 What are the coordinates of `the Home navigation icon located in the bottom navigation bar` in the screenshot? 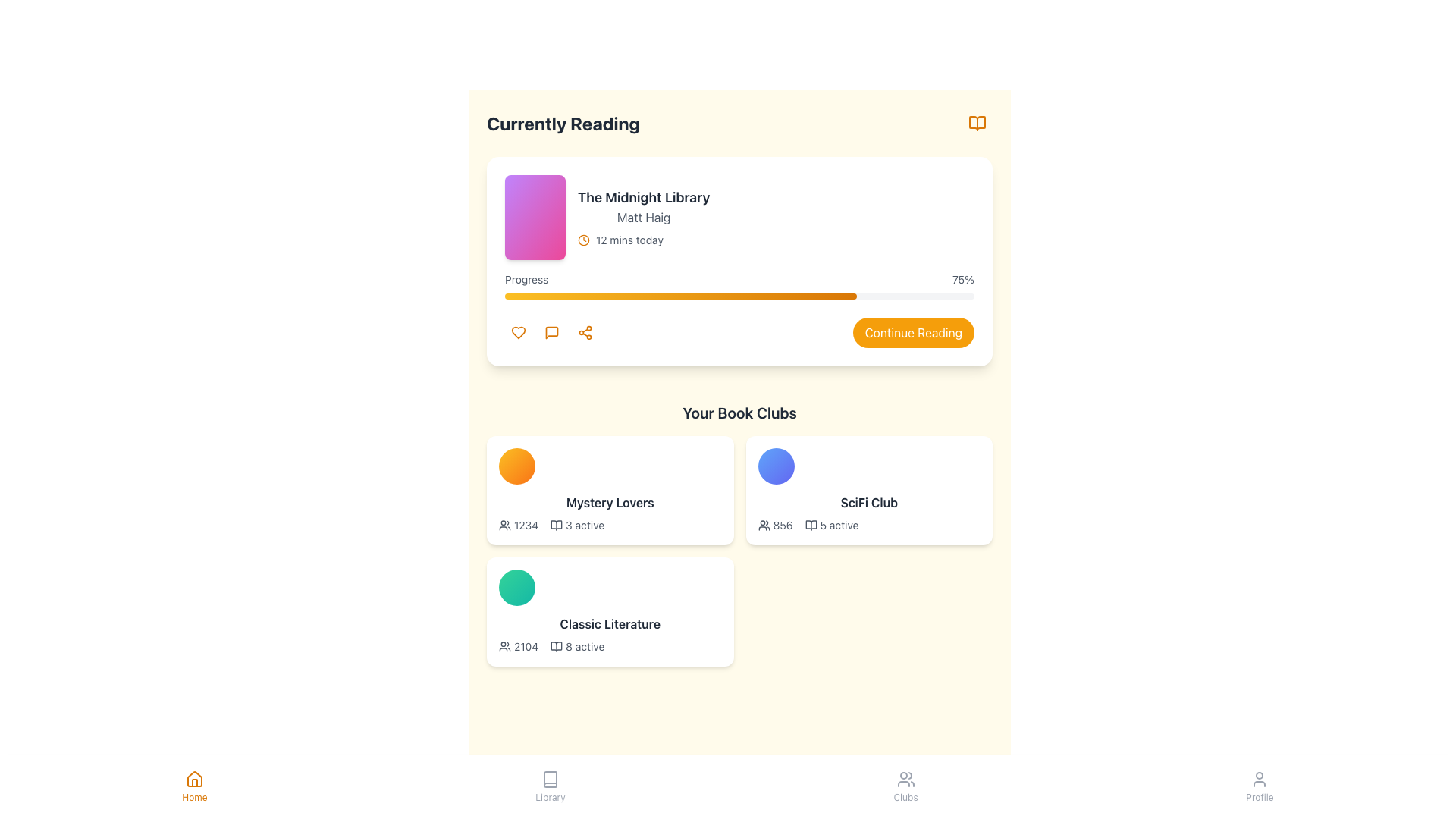 It's located at (193, 783).